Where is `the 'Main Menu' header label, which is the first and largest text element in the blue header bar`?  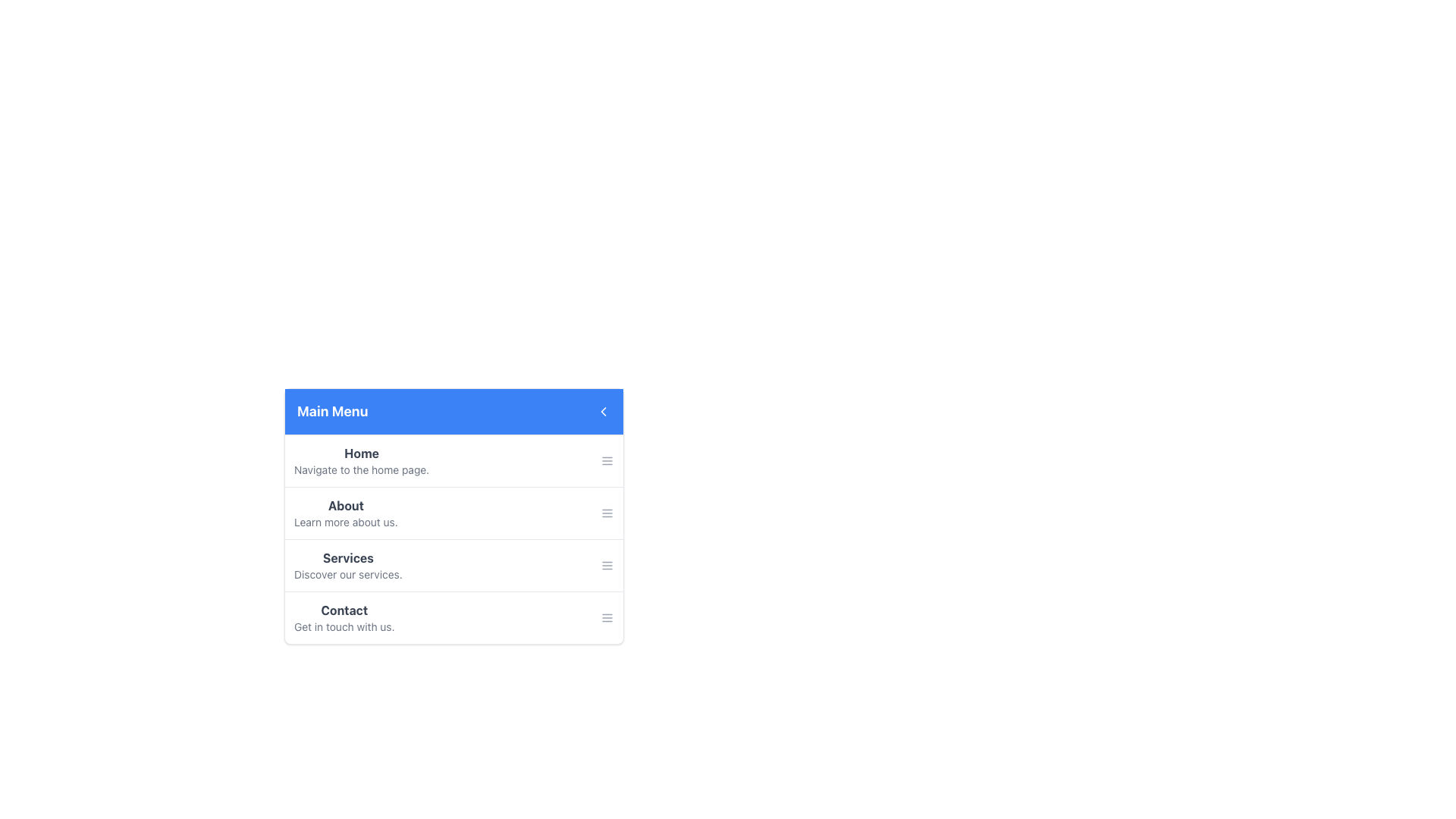
the 'Main Menu' header label, which is the first and largest text element in the blue header bar is located at coordinates (331, 412).